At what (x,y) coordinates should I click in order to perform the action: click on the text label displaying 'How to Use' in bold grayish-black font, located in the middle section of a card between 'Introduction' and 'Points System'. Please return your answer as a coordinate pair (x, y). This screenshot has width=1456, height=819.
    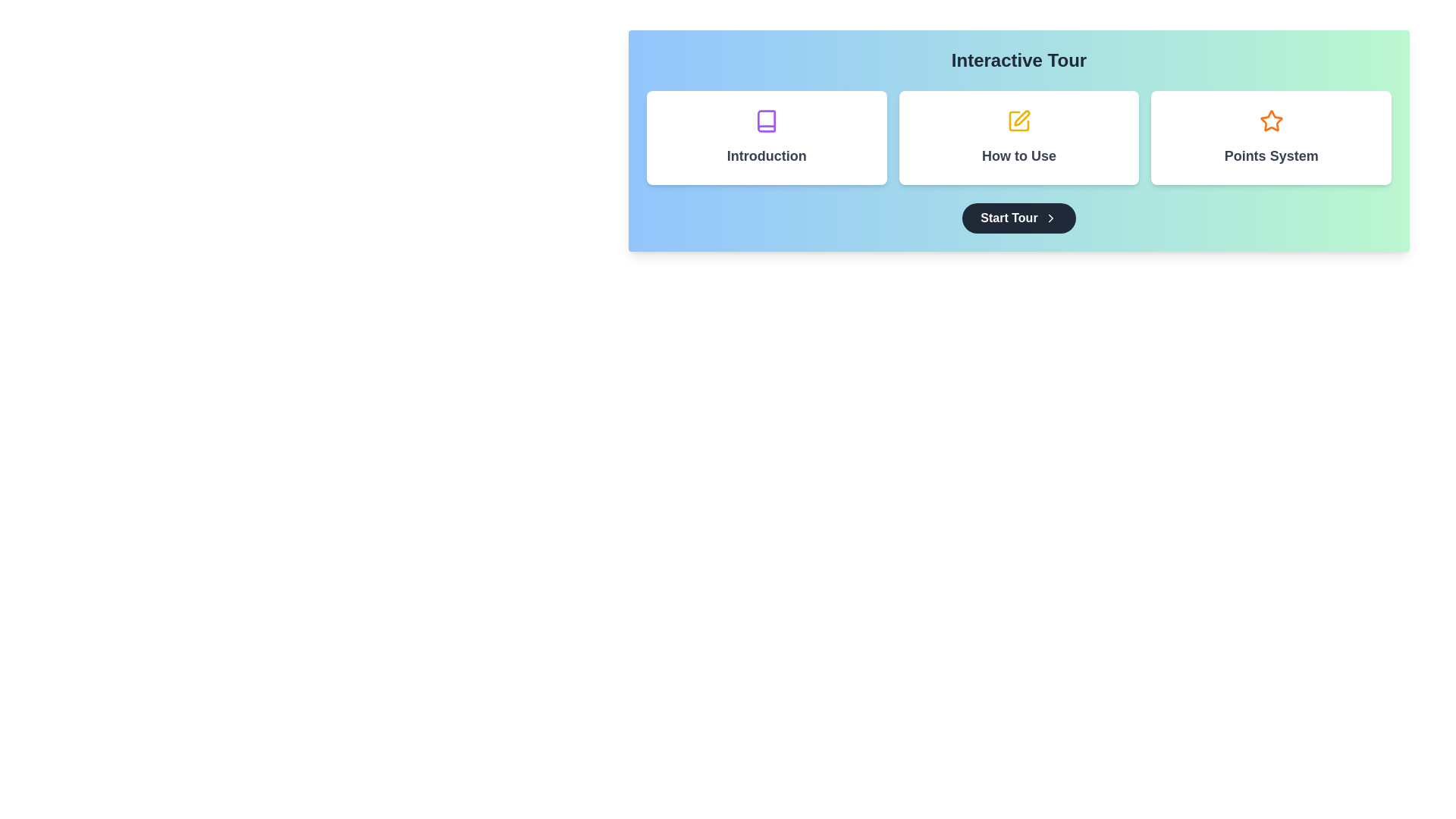
    Looking at the image, I should click on (1019, 155).